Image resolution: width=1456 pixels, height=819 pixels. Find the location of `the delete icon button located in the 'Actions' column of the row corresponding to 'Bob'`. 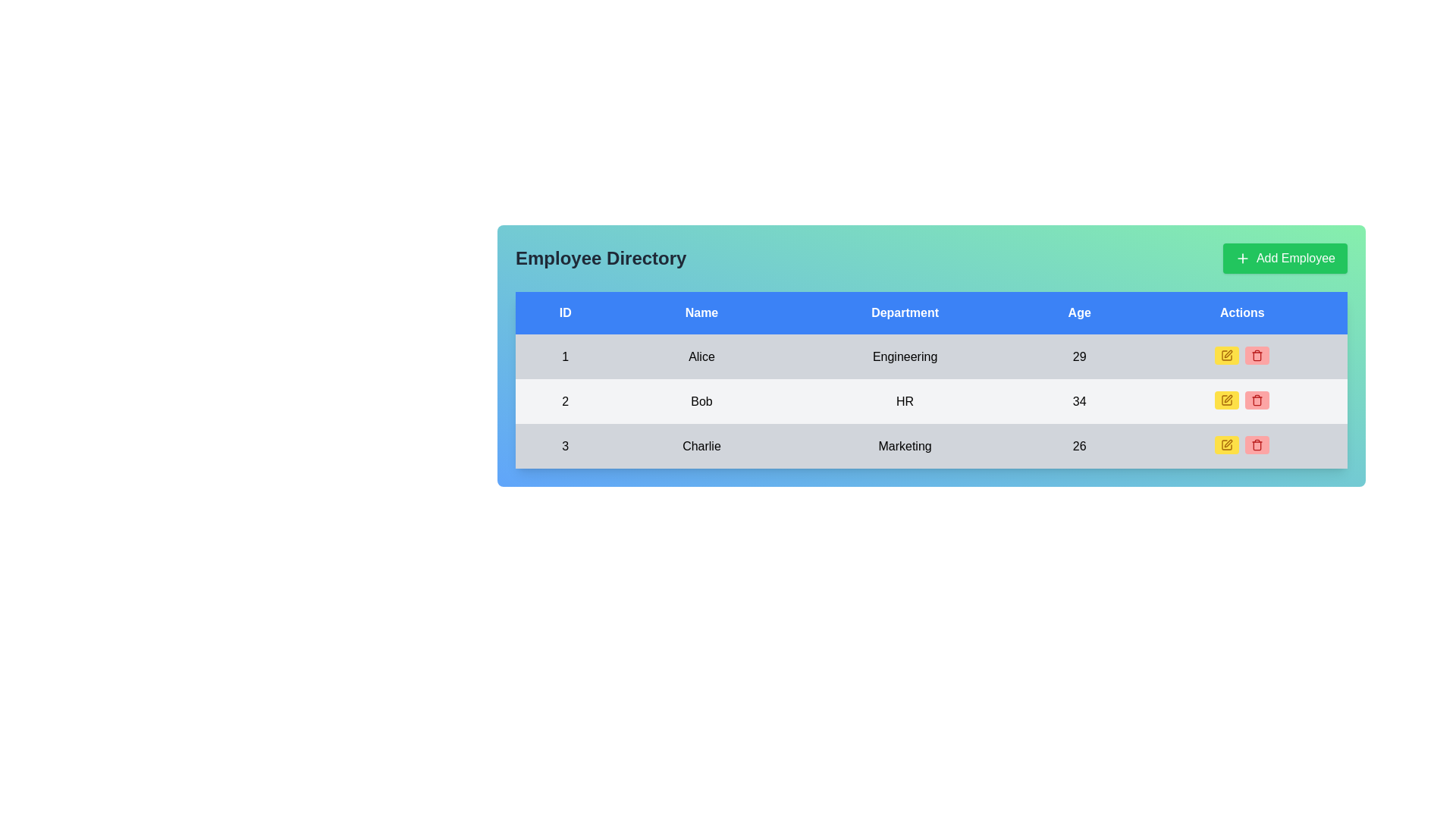

the delete icon button located in the 'Actions' column of the row corresponding to 'Bob' is located at coordinates (1257, 400).